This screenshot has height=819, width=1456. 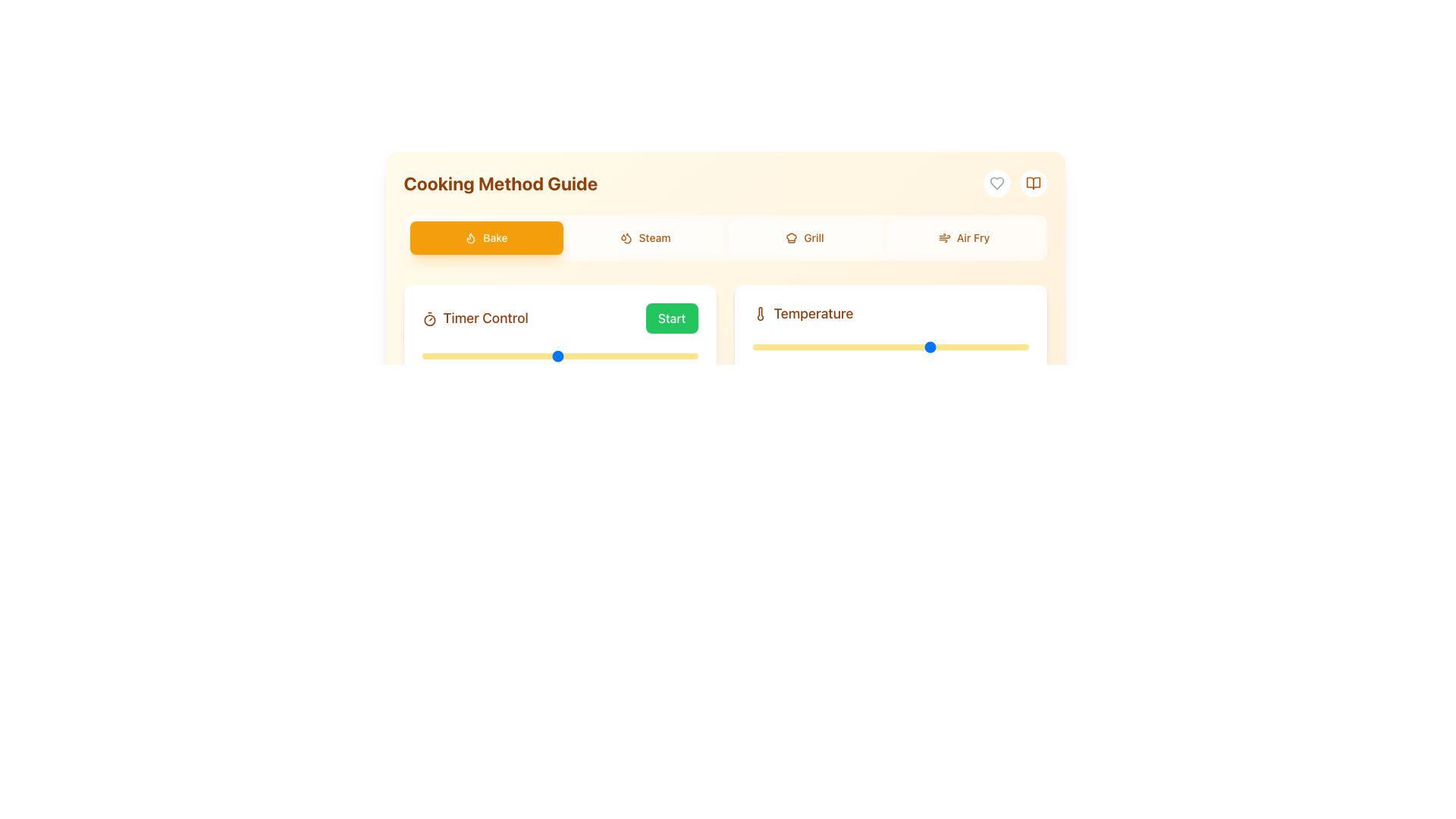 What do you see at coordinates (794, 347) in the screenshot?
I see `the temperature slider` at bounding box center [794, 347].